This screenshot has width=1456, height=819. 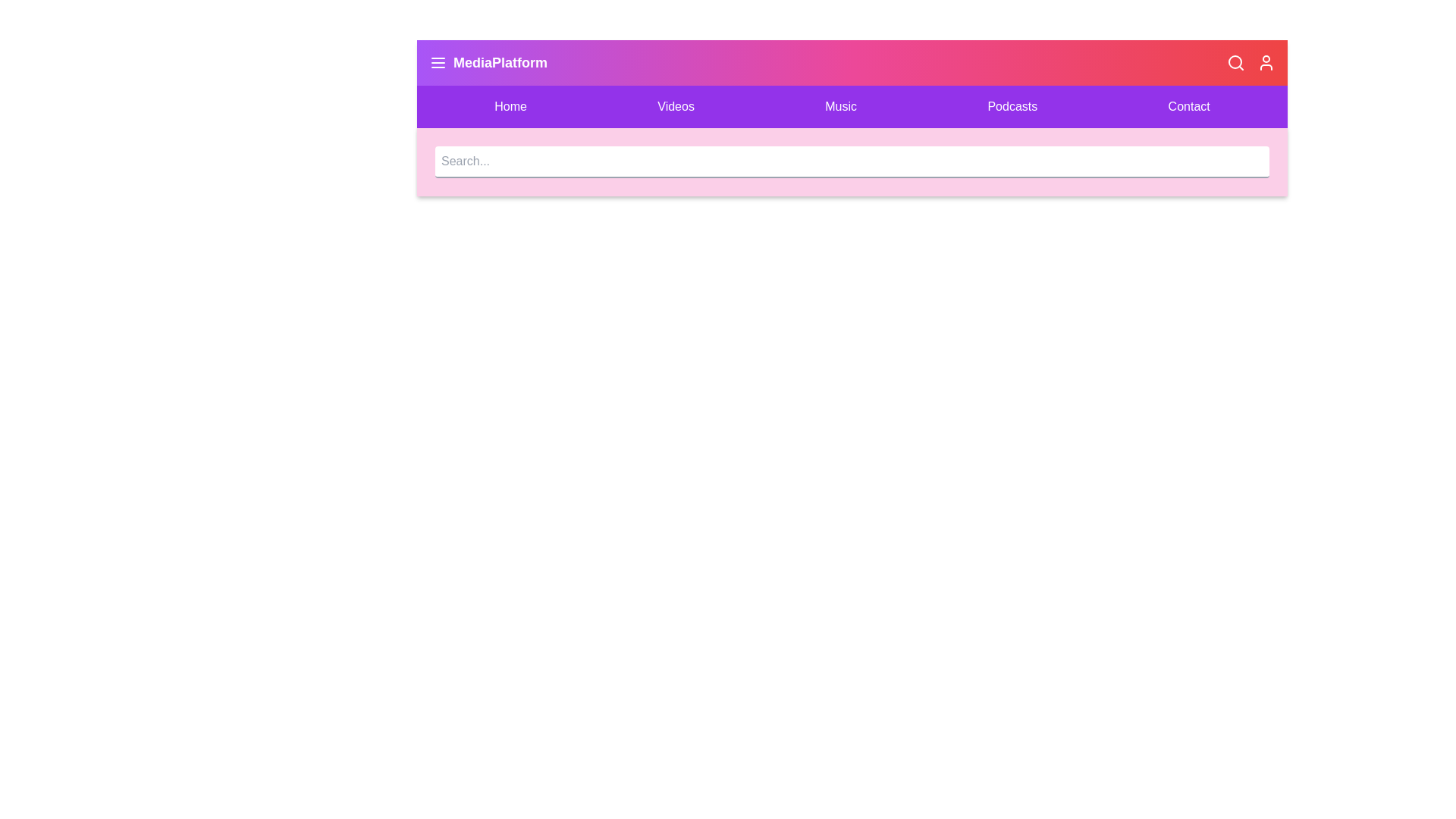 What do you see at coordinates (1236, 62) in the screenshot?
I see `the search icon to toggle the search bar visibility` at bounding box center [1236, 62].